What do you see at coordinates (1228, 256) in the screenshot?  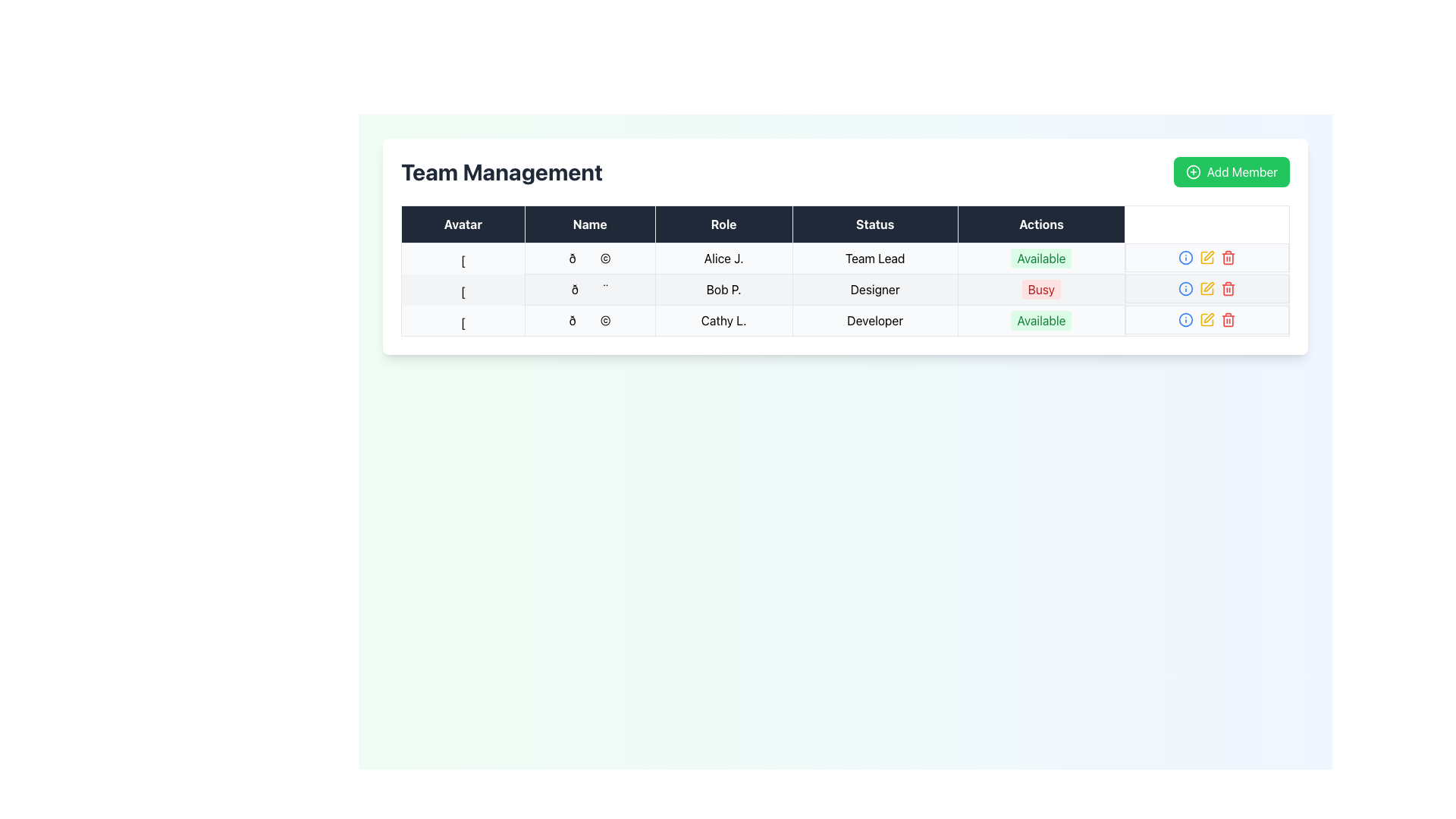 I see `the delete button located in the 'Actions' column of the table, which is positioned as the last icon in the sequence of actionable items for a user` at bounding box center [1228, 256].